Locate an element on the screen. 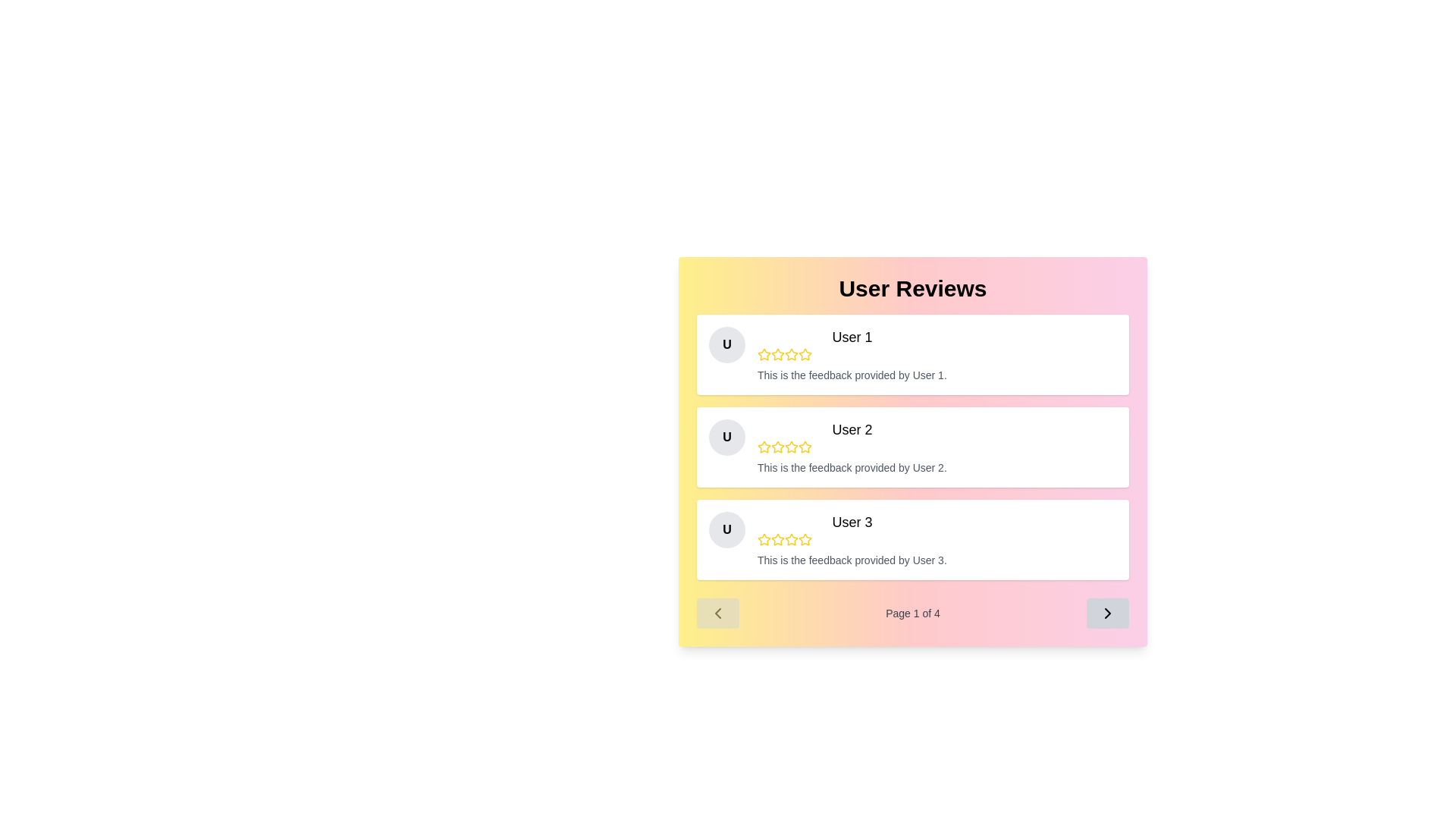 This screenshot has height=819, width=1456. the rating stars for 'User 3', which visually represent the user rating system with yellow stars indicating the rating given is located at coordinates (852, 539).